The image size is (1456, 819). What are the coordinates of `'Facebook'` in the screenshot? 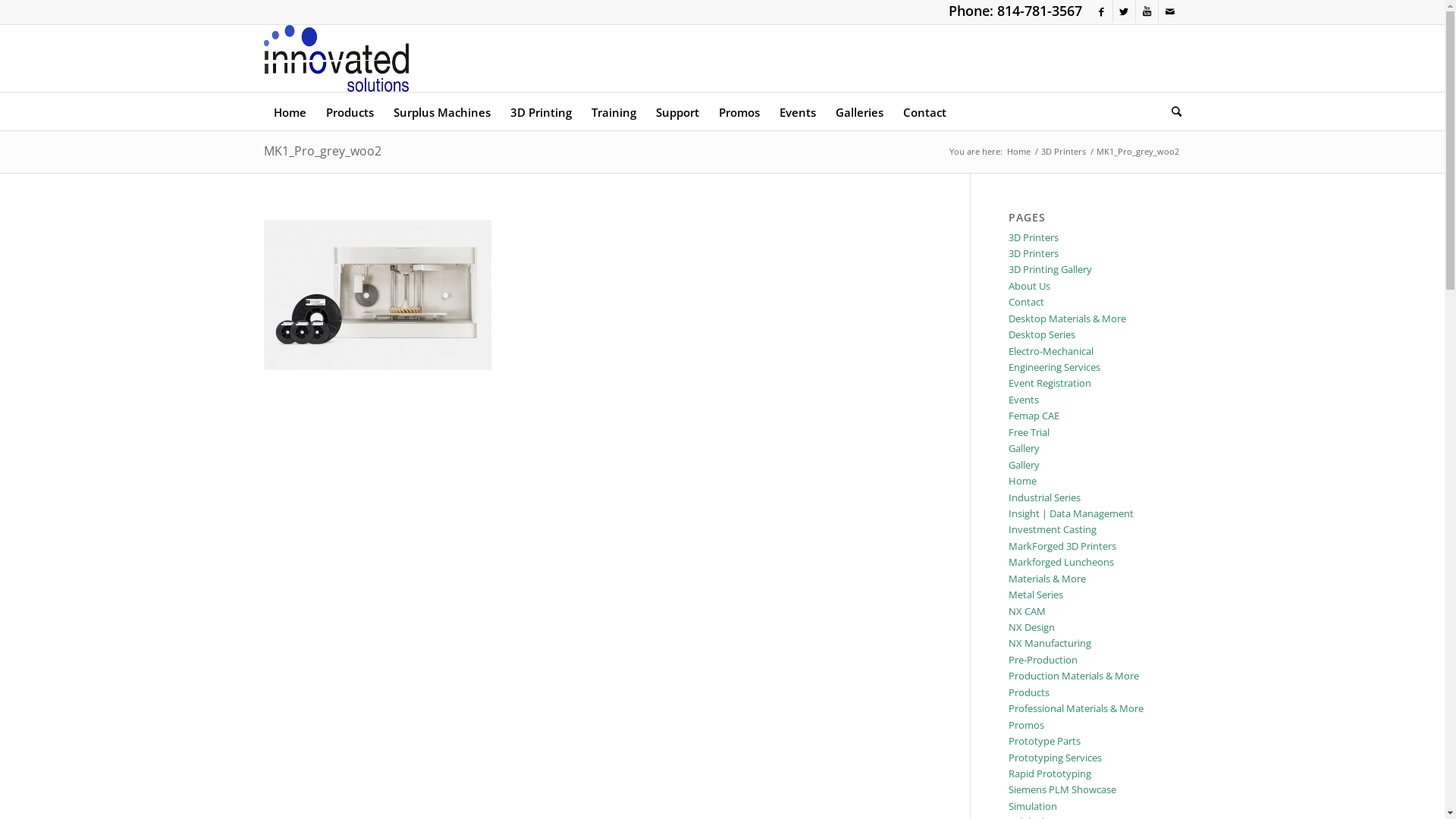 It's located at (1101, 11).